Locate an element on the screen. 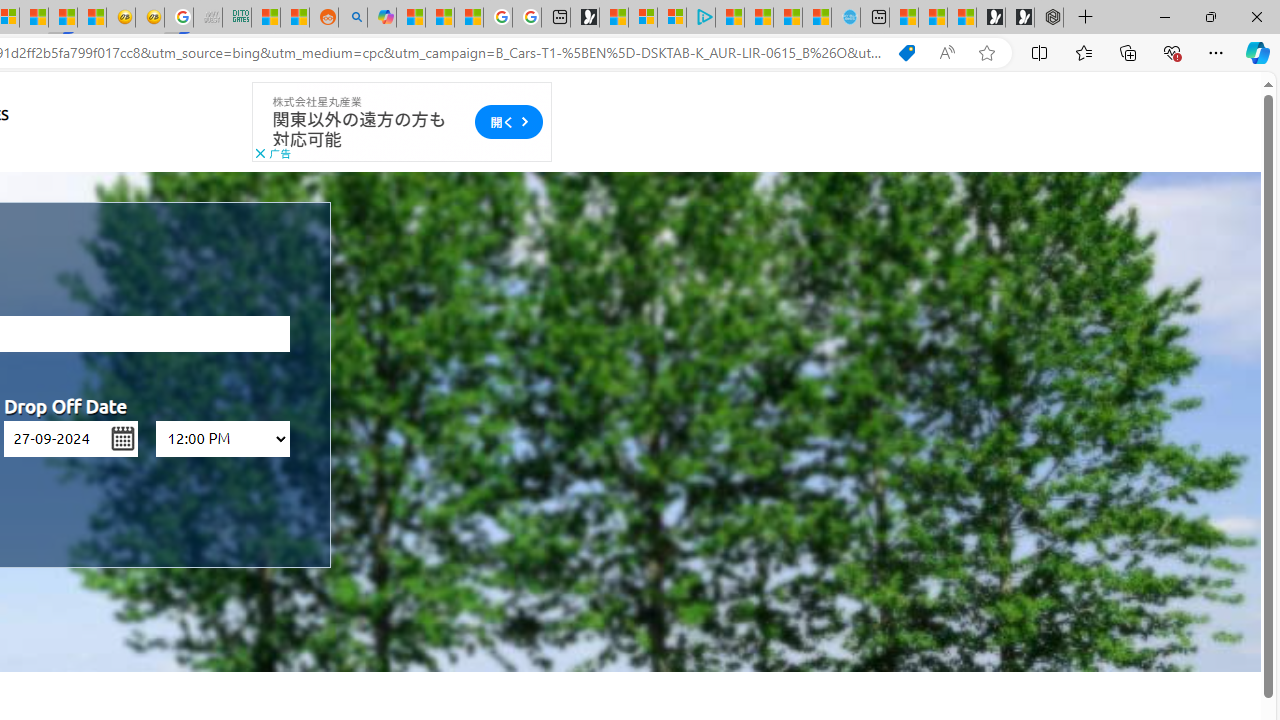 Image resolution: width=1280 pixels, height=720 pixels. 'mm/dd/yy' is located at coordinates (71, 437).